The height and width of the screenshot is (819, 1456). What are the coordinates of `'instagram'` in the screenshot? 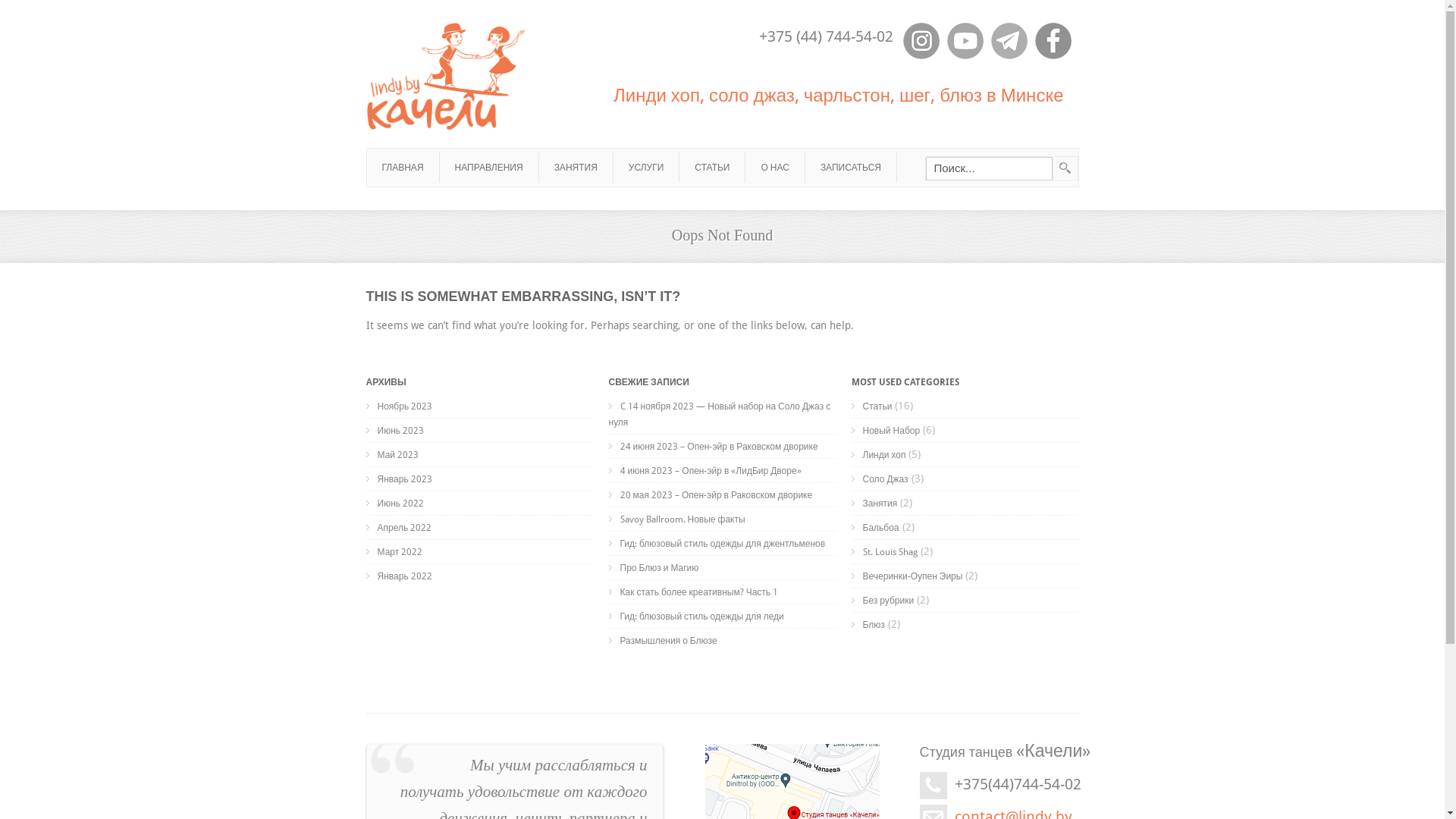 It's located at (920, 40).